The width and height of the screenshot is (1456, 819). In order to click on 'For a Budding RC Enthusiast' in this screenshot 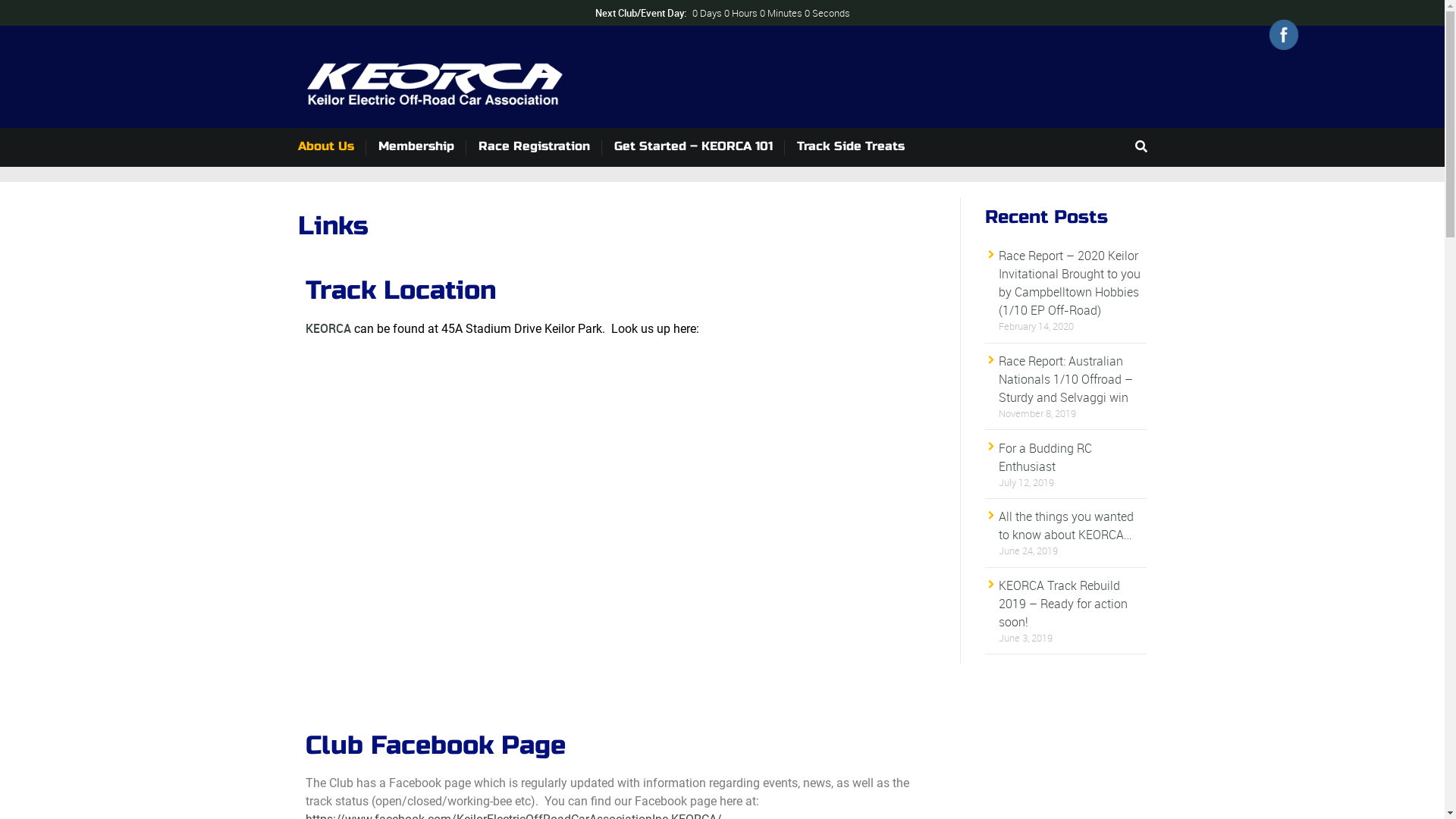, I will do `click(1044, 456)`.